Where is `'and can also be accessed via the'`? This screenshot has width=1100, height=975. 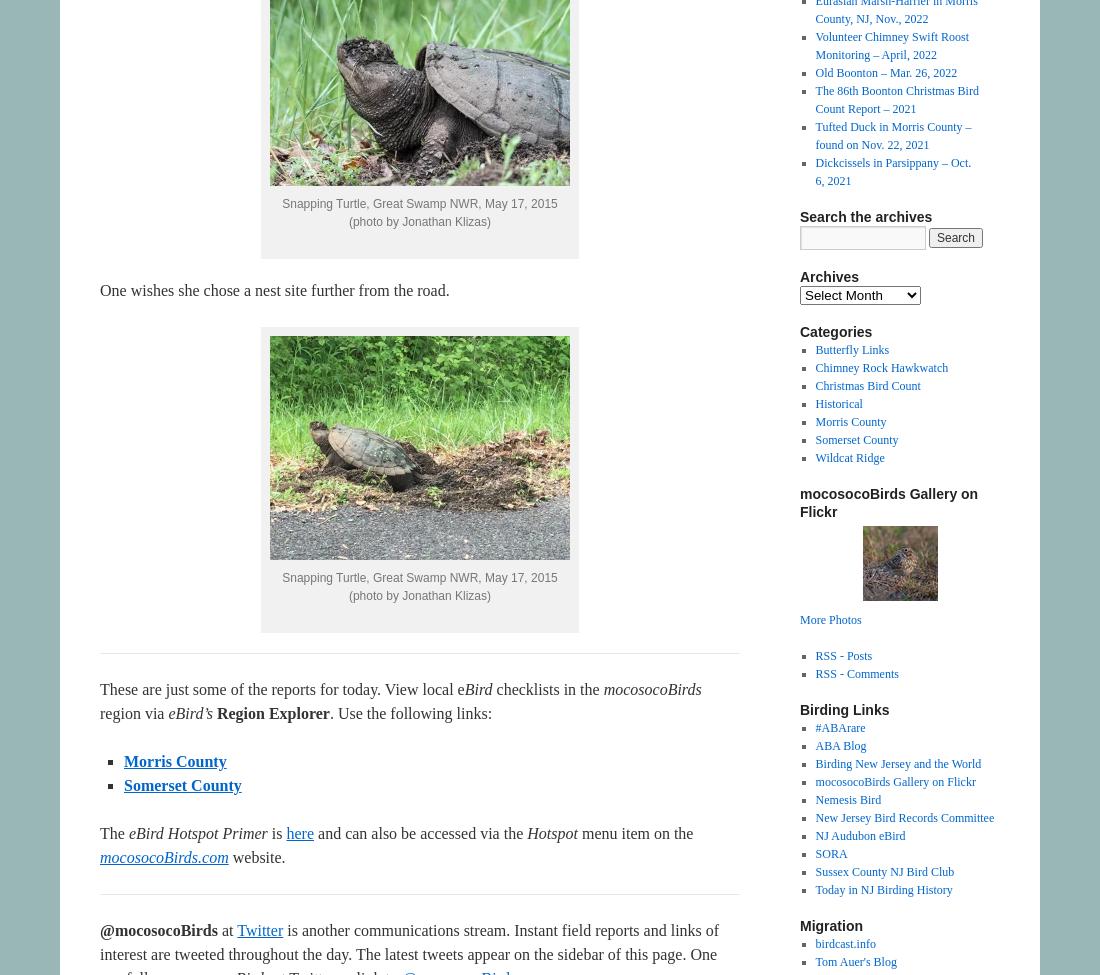 'and can also be accessed via the' is located at coordinates (313, 833).